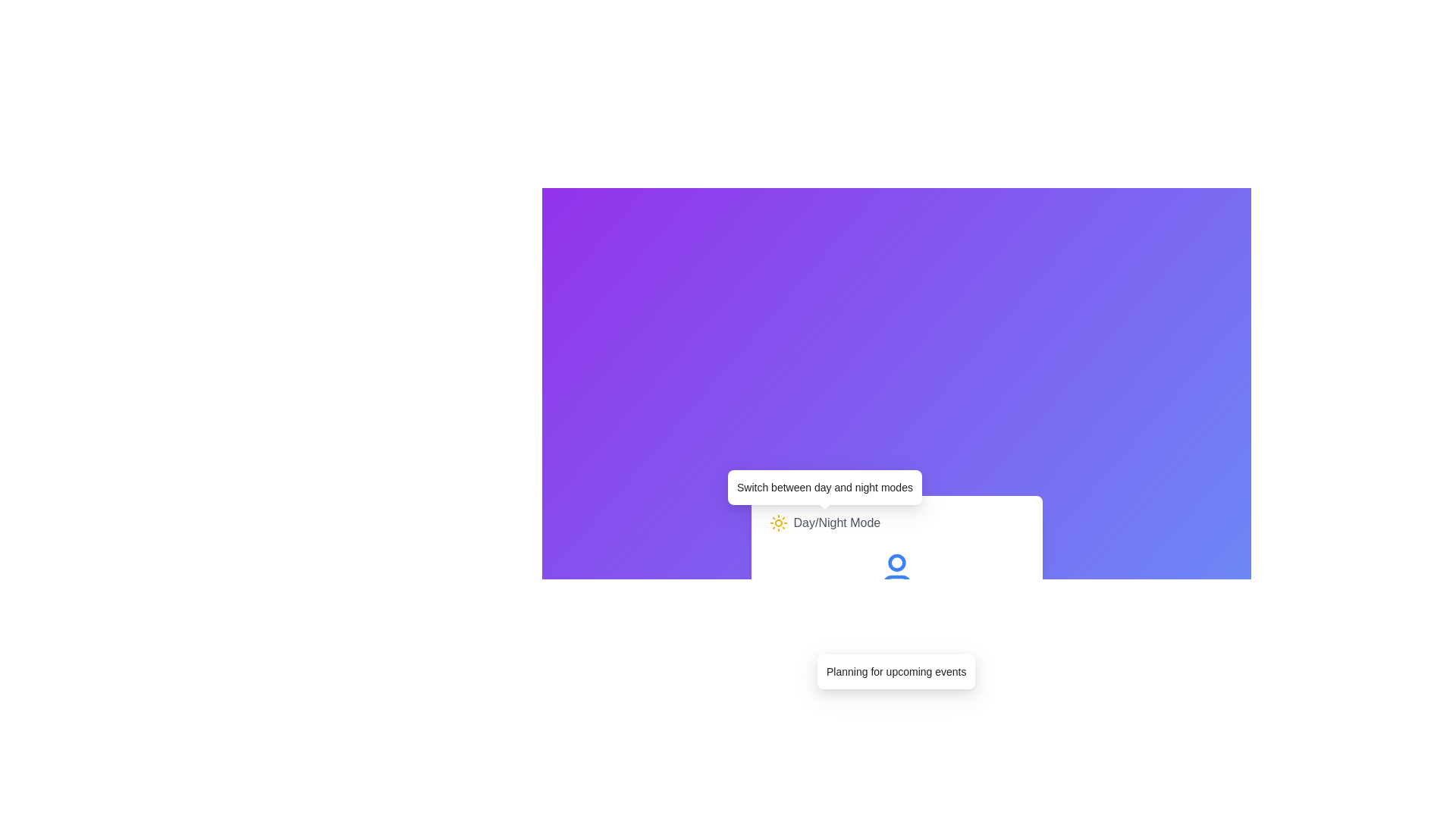 This screenshot has width=1456, height=819. I want to click on the white text label reading 'Planning for upcoming events.' which is centered within a card interface at the lower portion of the display, so click(896, 671).